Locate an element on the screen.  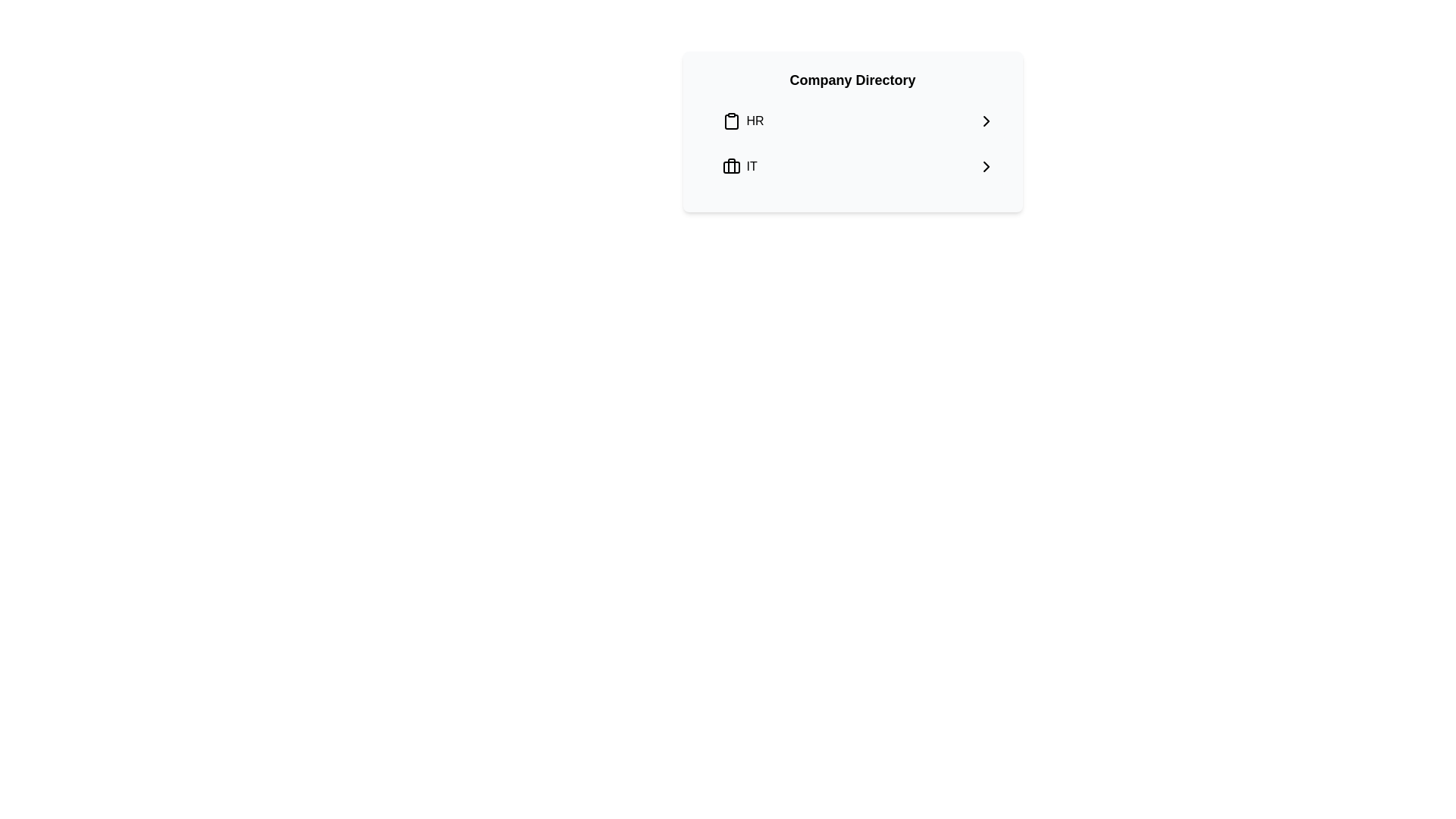
the text label 'IT' which is part of the second entry in a directory-like layout, located below the 'HR' entry and aligned with its corresponding briefcase icon is located at coordinates (752, 166).